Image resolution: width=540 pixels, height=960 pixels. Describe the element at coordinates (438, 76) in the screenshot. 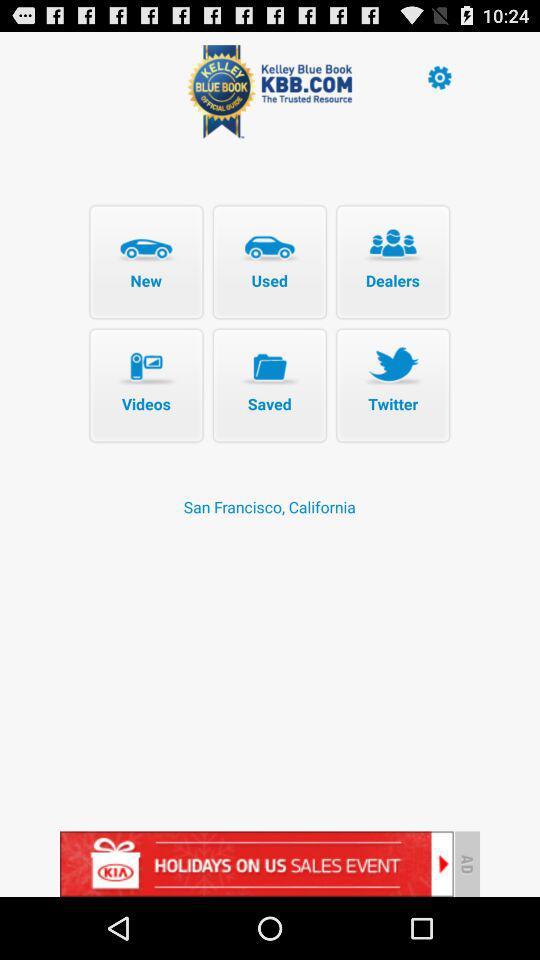

I see `settings` at that location.